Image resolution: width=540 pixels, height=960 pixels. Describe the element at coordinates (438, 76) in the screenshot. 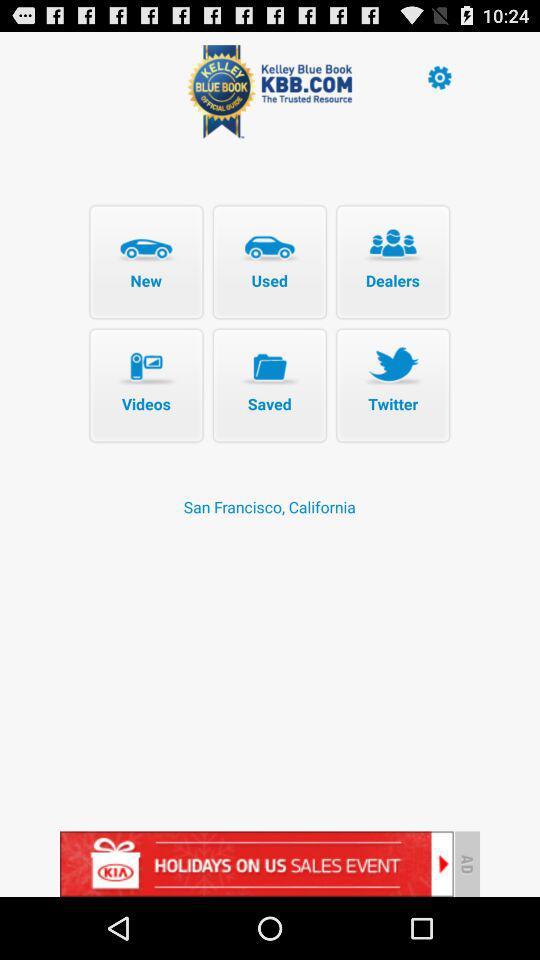

I see `settings` at that location.